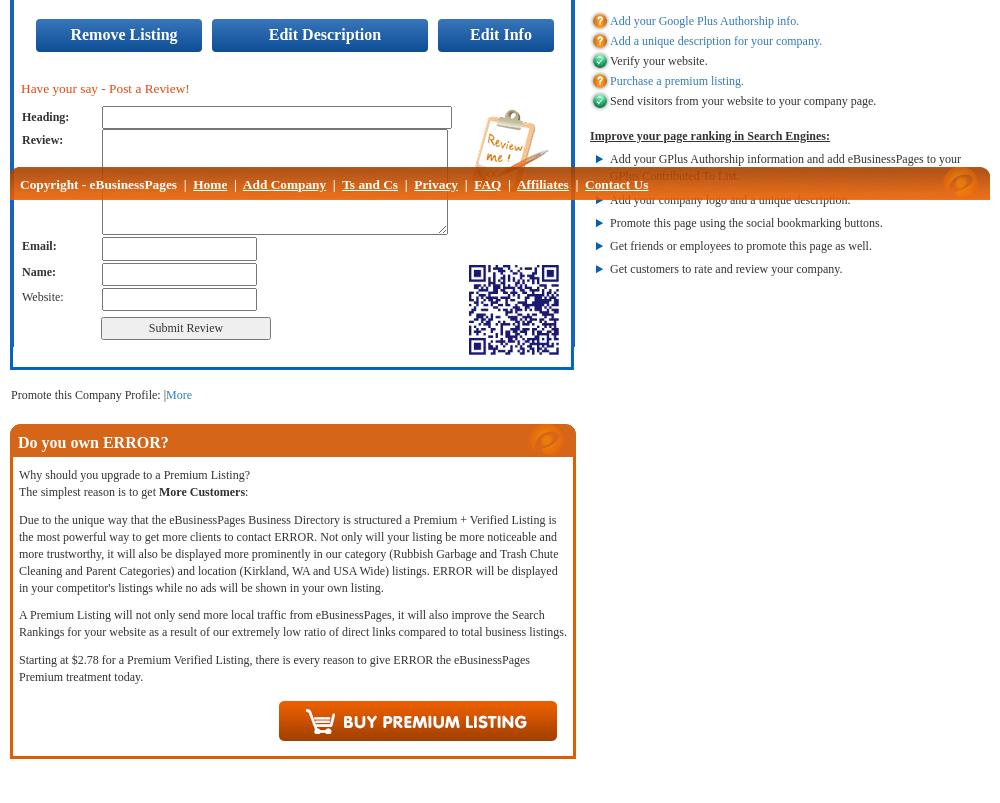 The height and width of the screenshot is (803, 1000). What do you see at coordinates (38, 271) in the screenshot?
I see `'Name:'` at bounding box center [38, 271].